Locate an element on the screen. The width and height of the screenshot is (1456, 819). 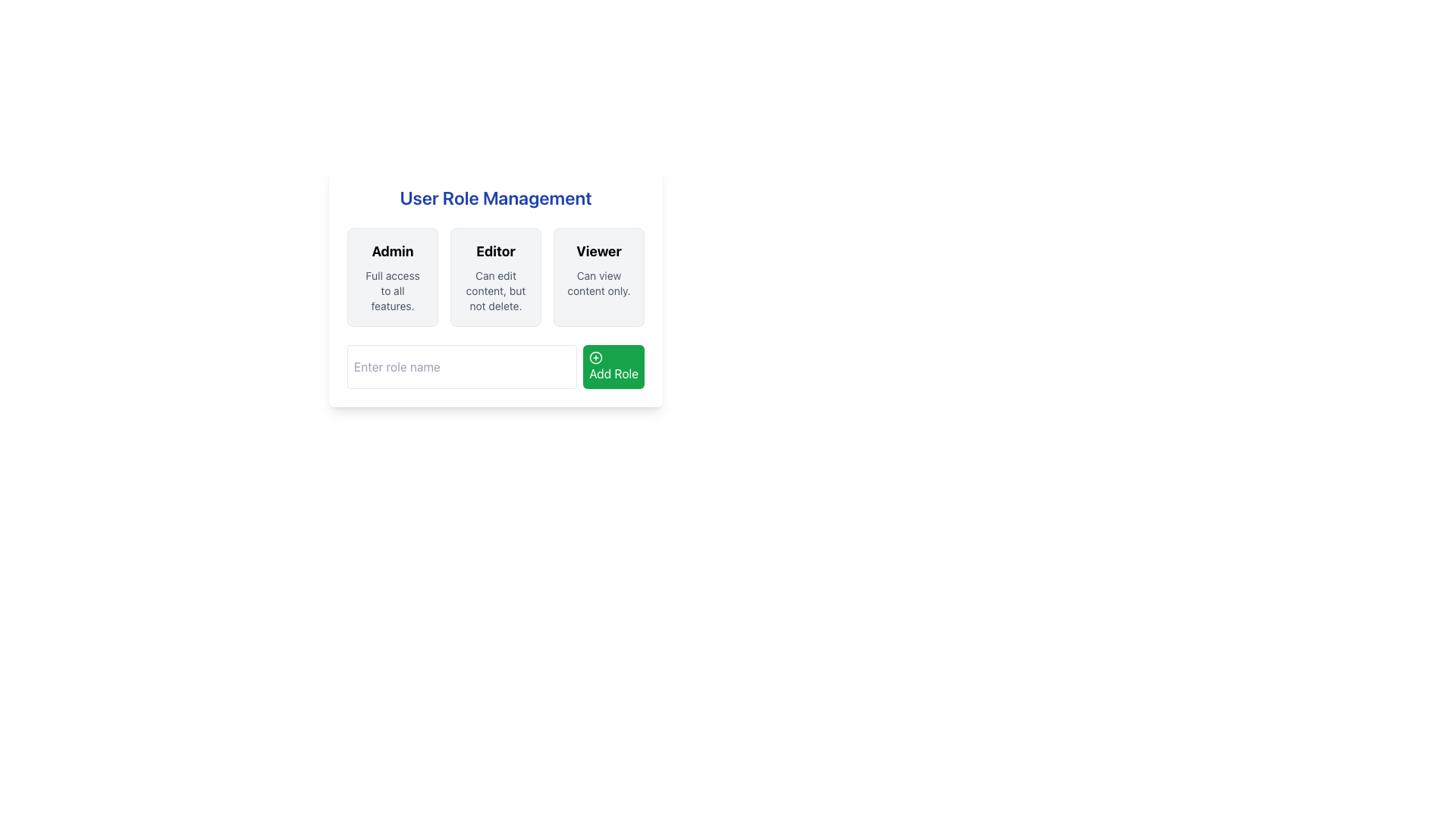
the text label that reads 'Full access to all features.' which is located within the 'Admin' card in the 'User Role Management' section, positioned centrally below the 'Admin' heading is located at coordinates (393, 291).